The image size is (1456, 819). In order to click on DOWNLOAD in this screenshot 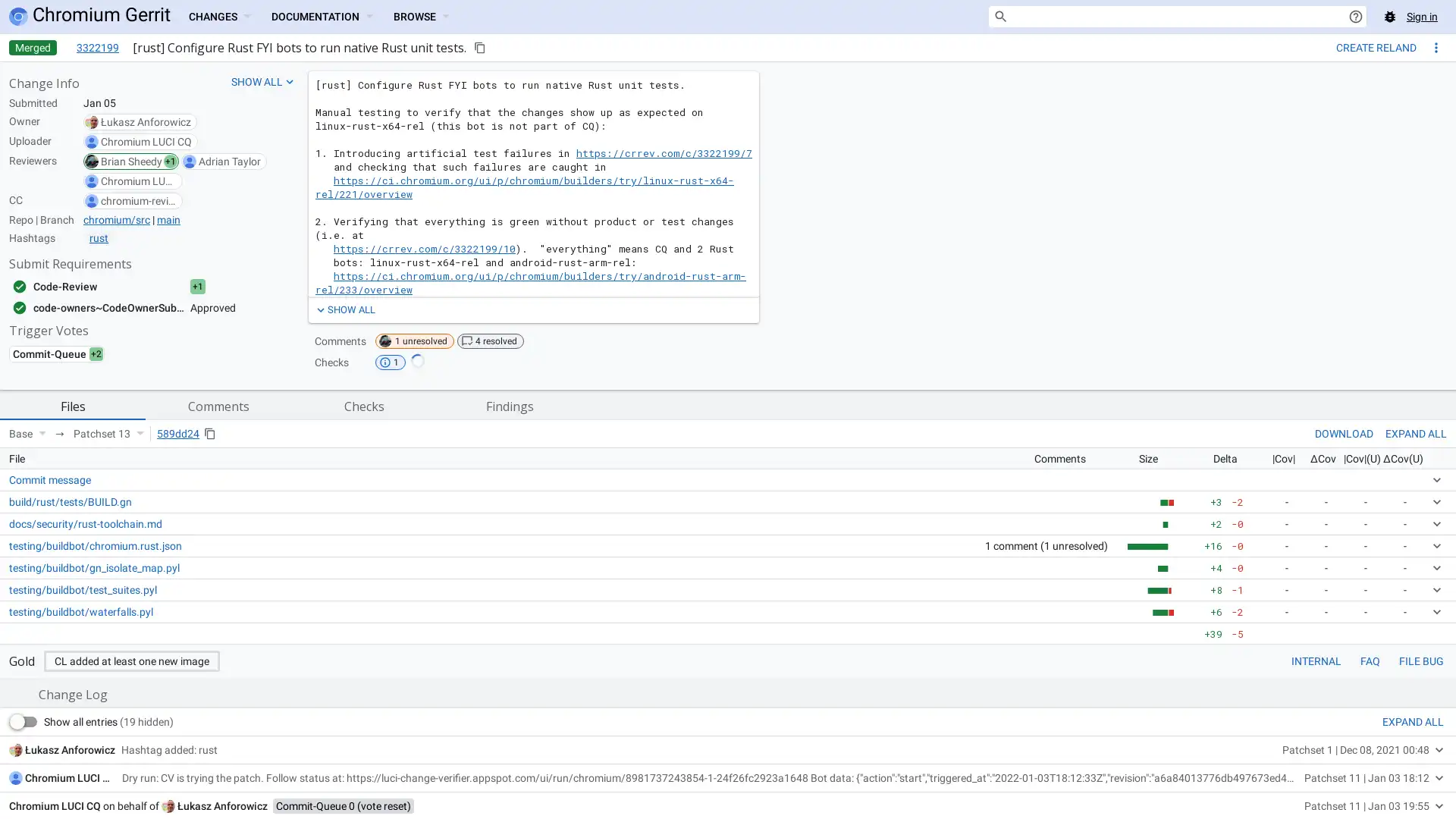, I will do `click(1344, 433)`.